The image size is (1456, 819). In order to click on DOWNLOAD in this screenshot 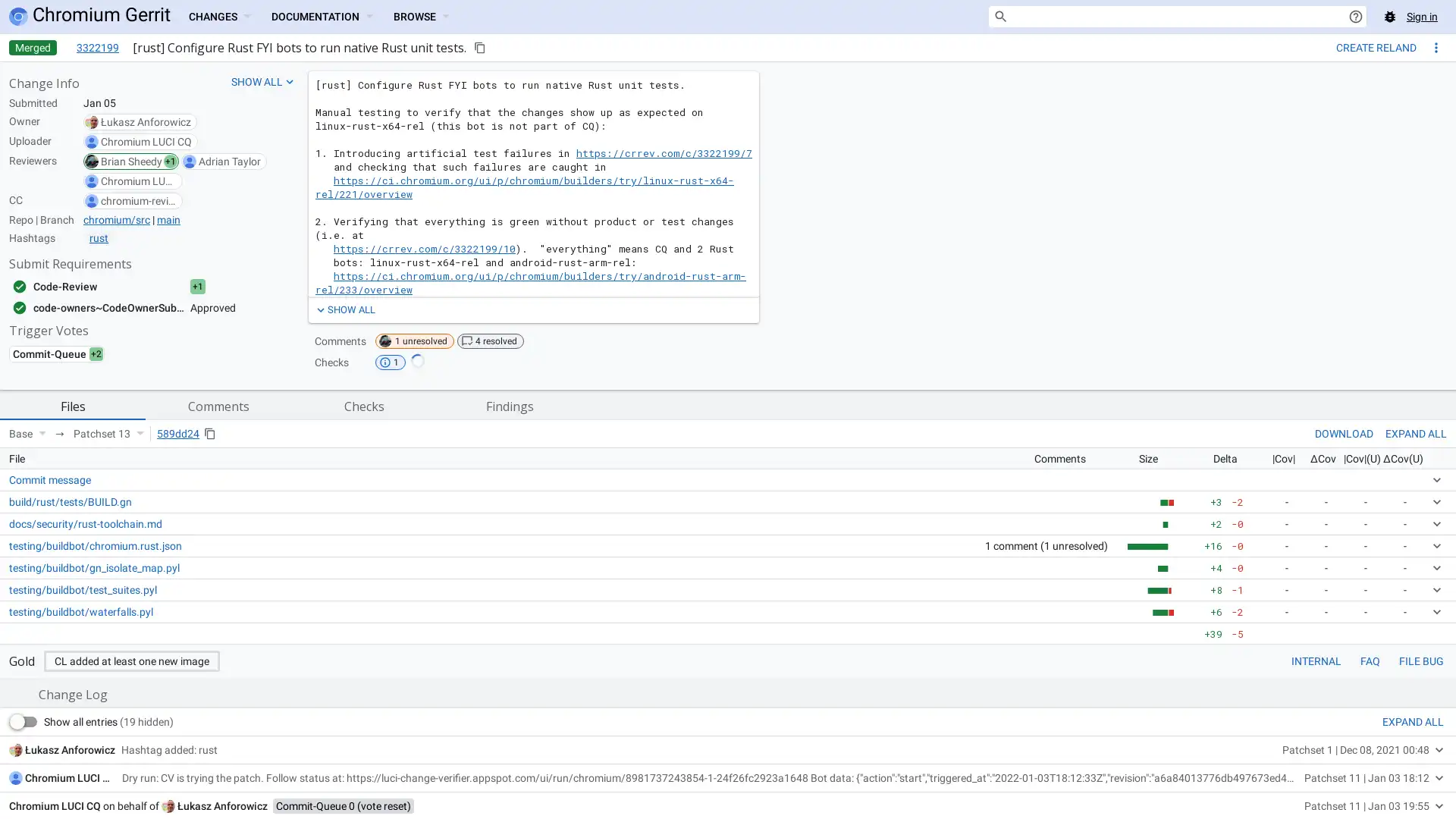, I will do `click(1344, 433)`.